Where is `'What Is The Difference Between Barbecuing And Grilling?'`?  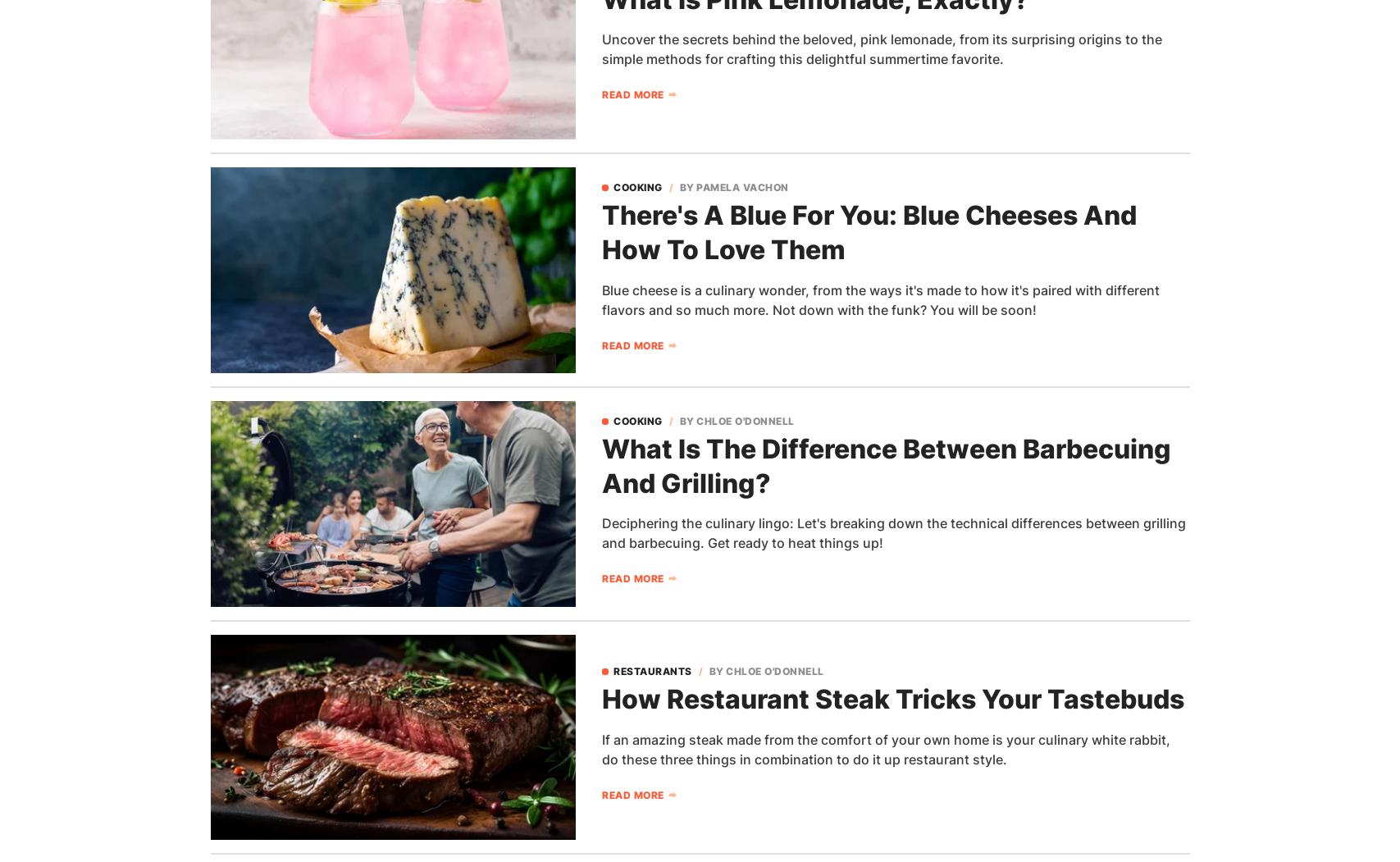 'What Is The Difference Between Barbecuing And Grilling?' is located at coordinates (886, 465).